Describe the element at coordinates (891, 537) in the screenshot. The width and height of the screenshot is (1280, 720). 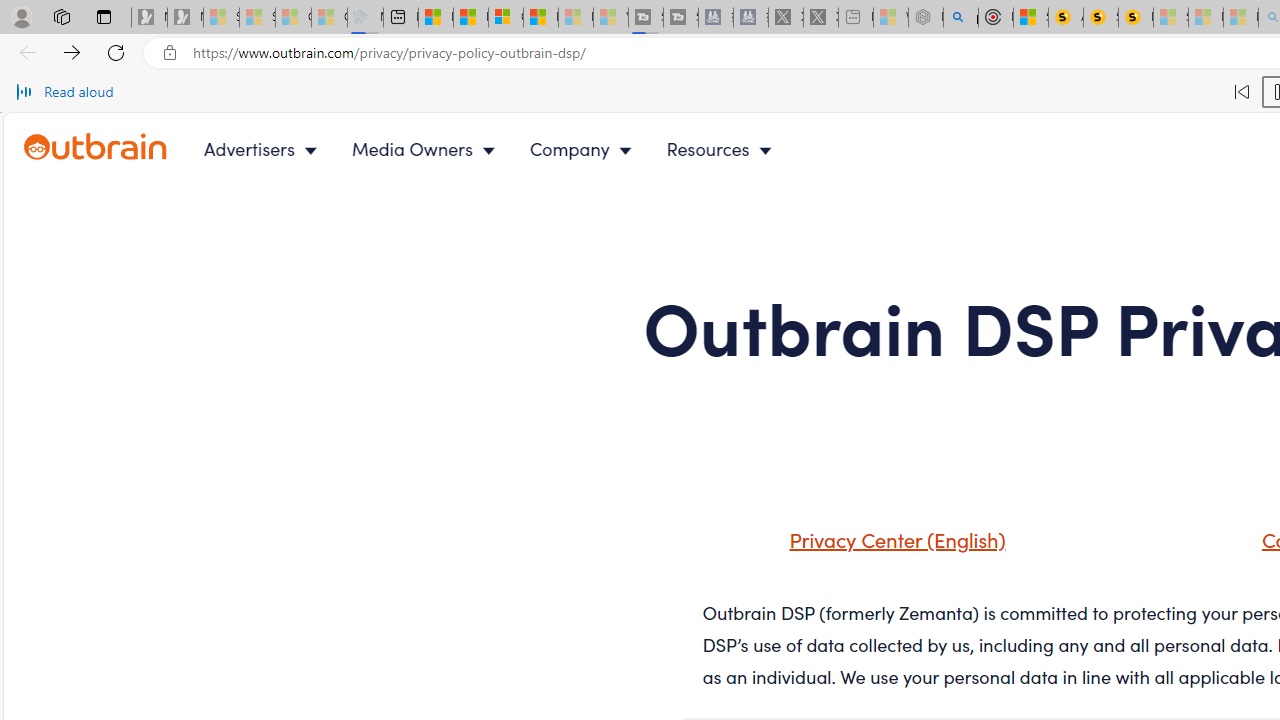
I see `'Privacy Center (English)'` at that location.